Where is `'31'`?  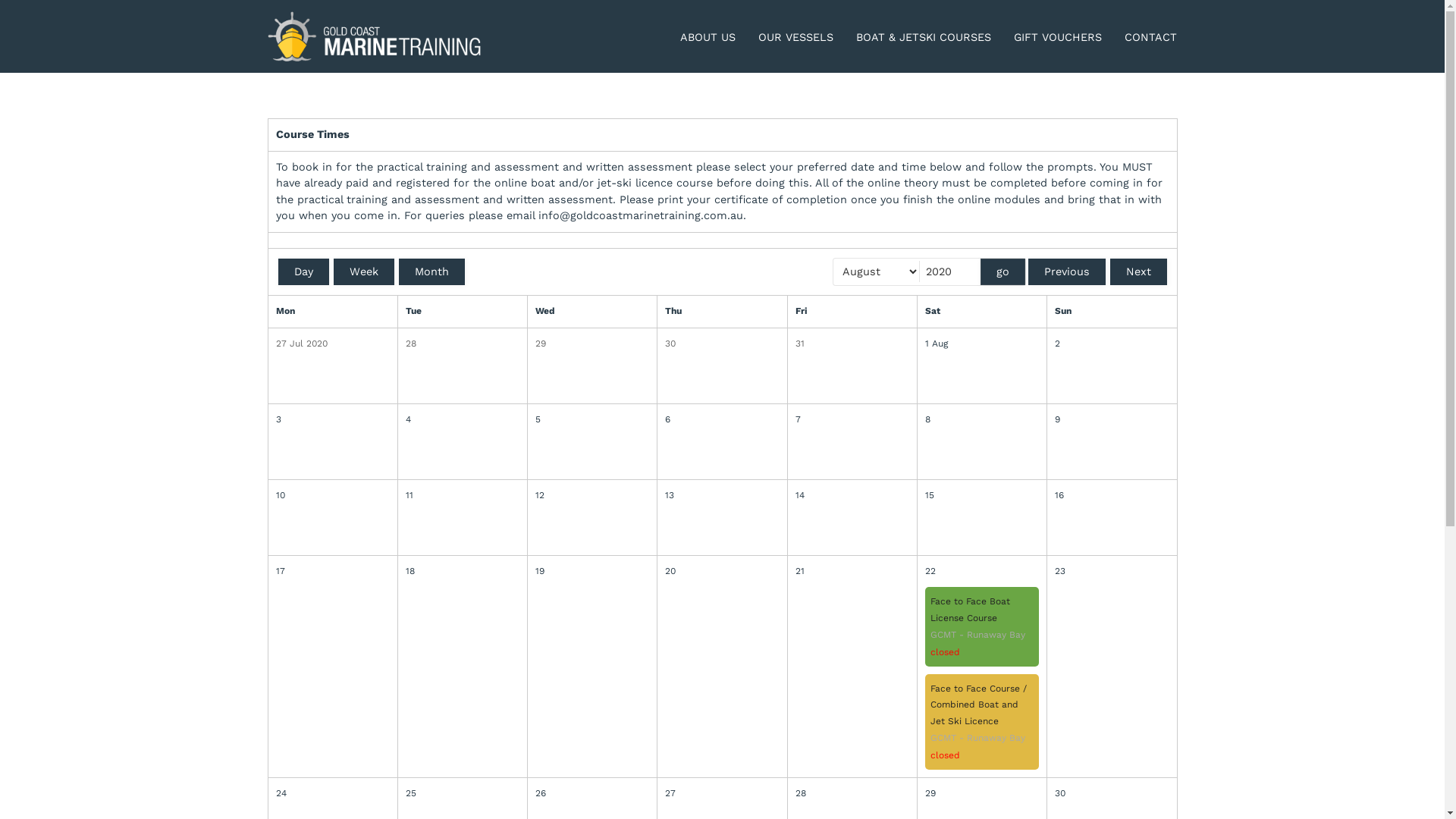
'31' is located at coordinates (852, 344).